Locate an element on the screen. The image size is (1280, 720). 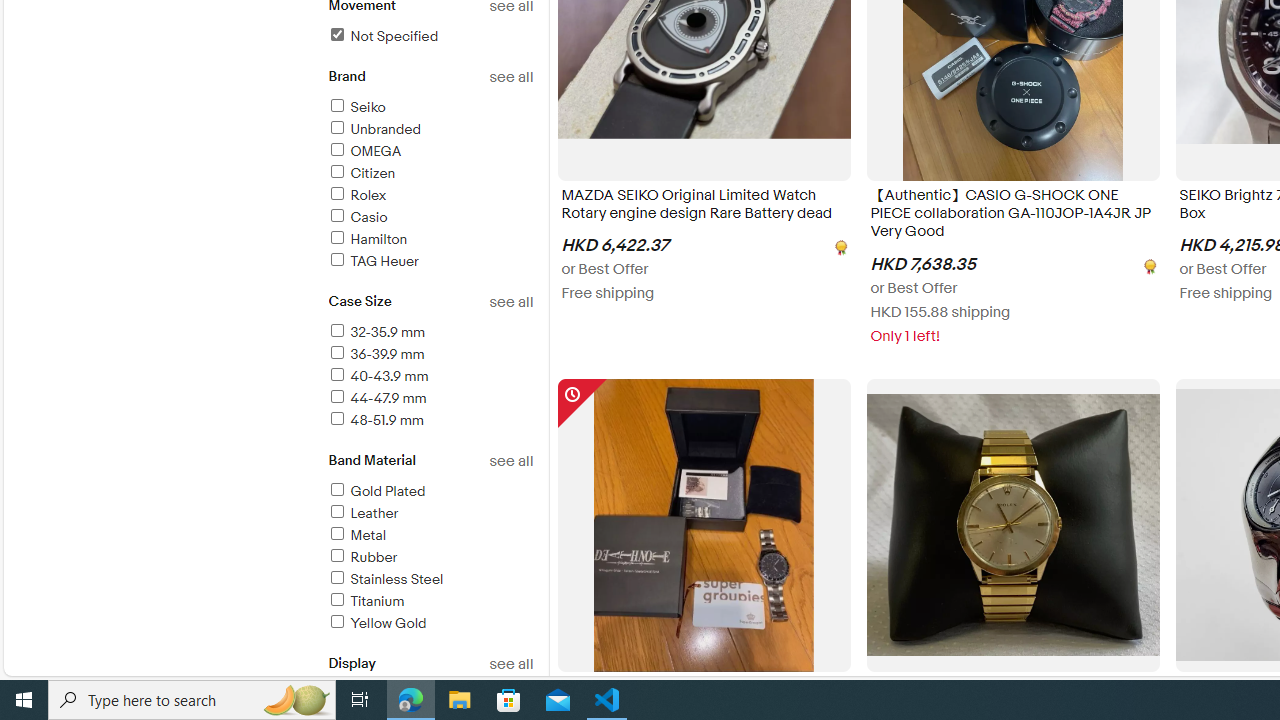
'Seiko' is located at coordinates (356, 107).